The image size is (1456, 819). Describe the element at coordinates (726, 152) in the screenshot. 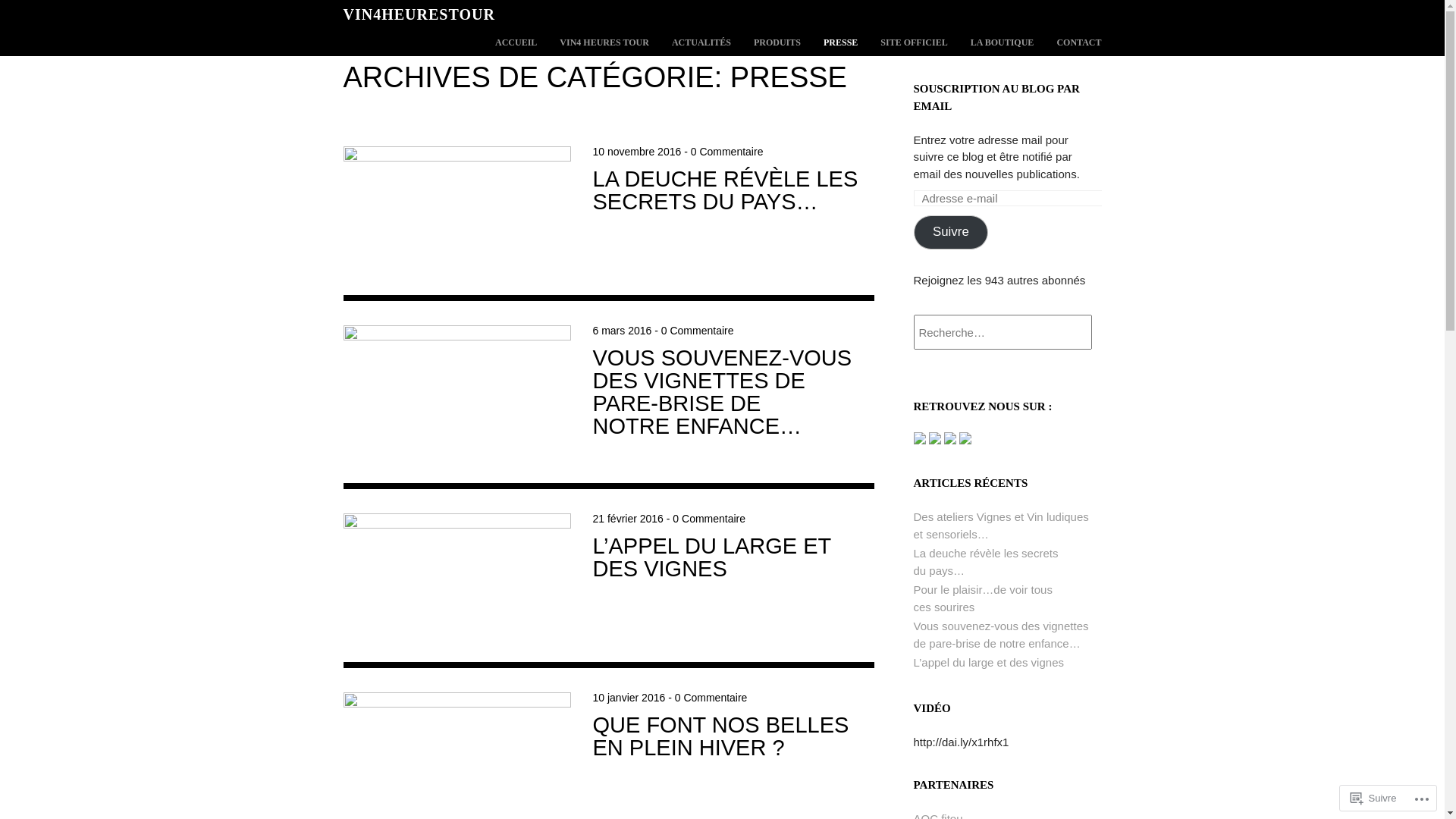

I see `'0 Commentaire'` at that location.